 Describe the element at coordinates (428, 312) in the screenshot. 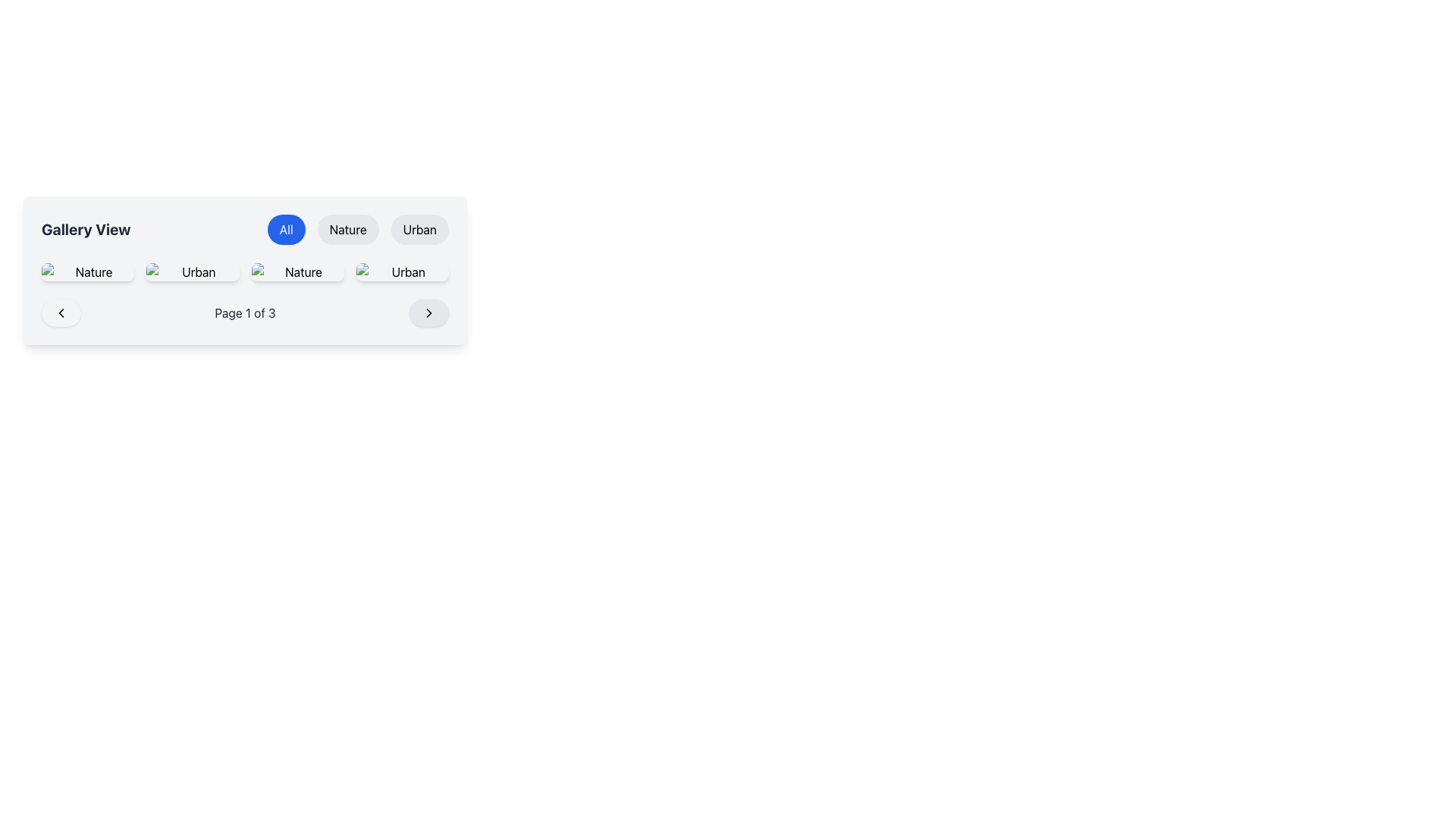

I see `the rightward chevron icon located within the circular button at the bottom-right corner of the panel, which signifies navigation to the next page or section` at that location.